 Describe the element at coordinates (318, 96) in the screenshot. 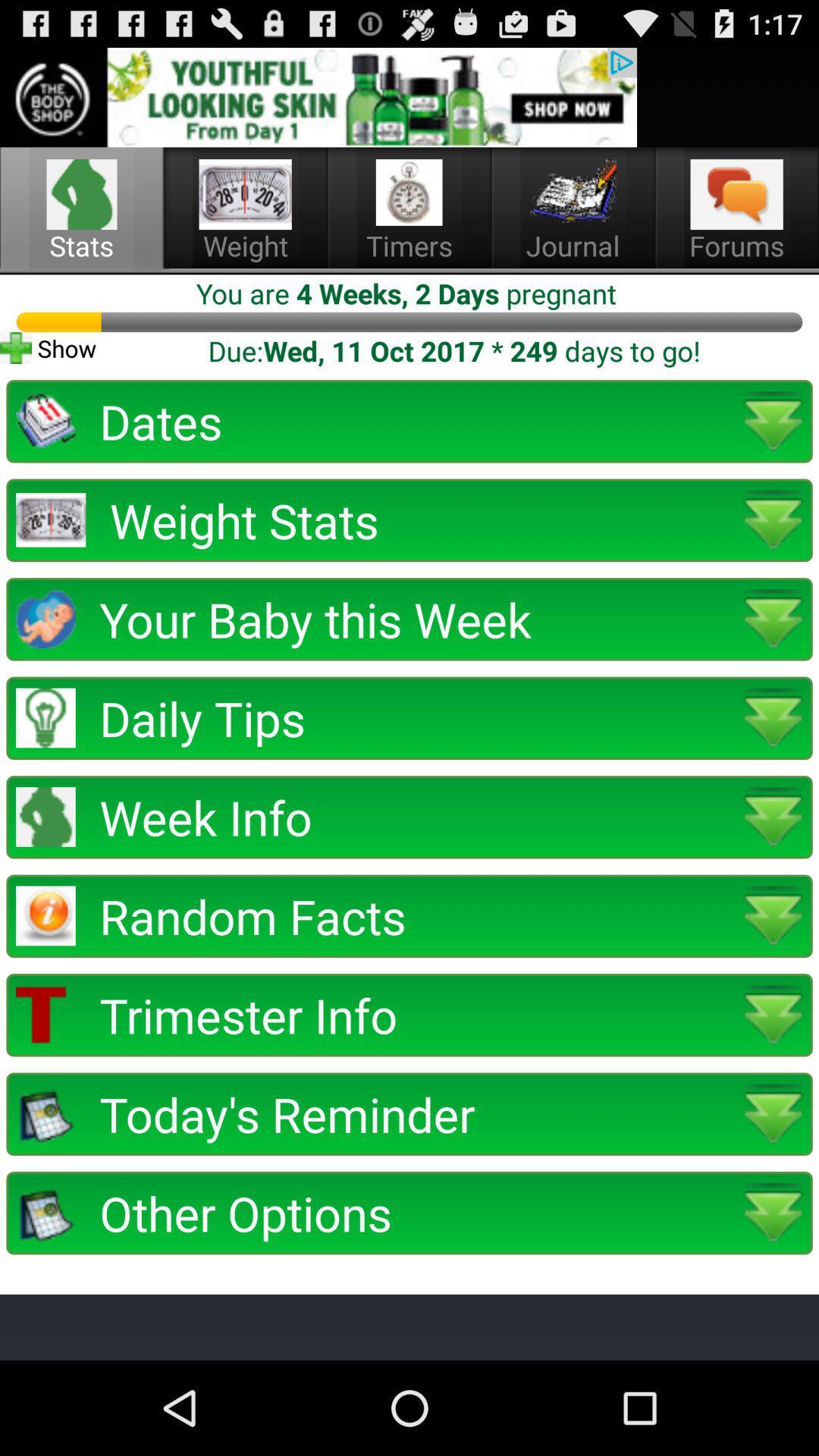

I see `show advertisements detail` at that location.